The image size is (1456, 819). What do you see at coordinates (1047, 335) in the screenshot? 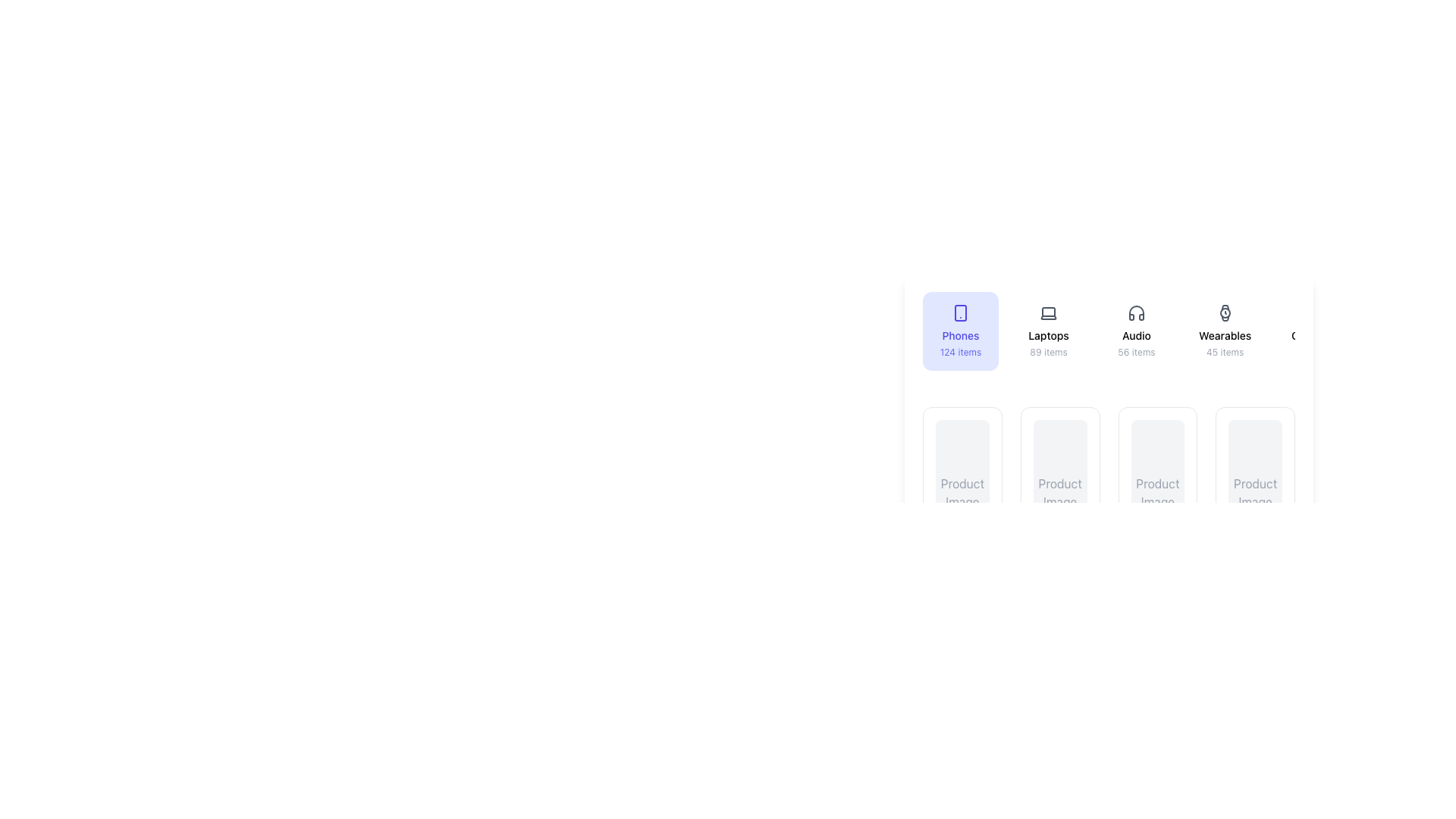
I see `the 'Laptops' category label, which is part of a vertical stack including a laptop icon above it and a label '89 items' below, located second from the left in the row of categories at the top of the interface` at bounding box center [1047, 335].